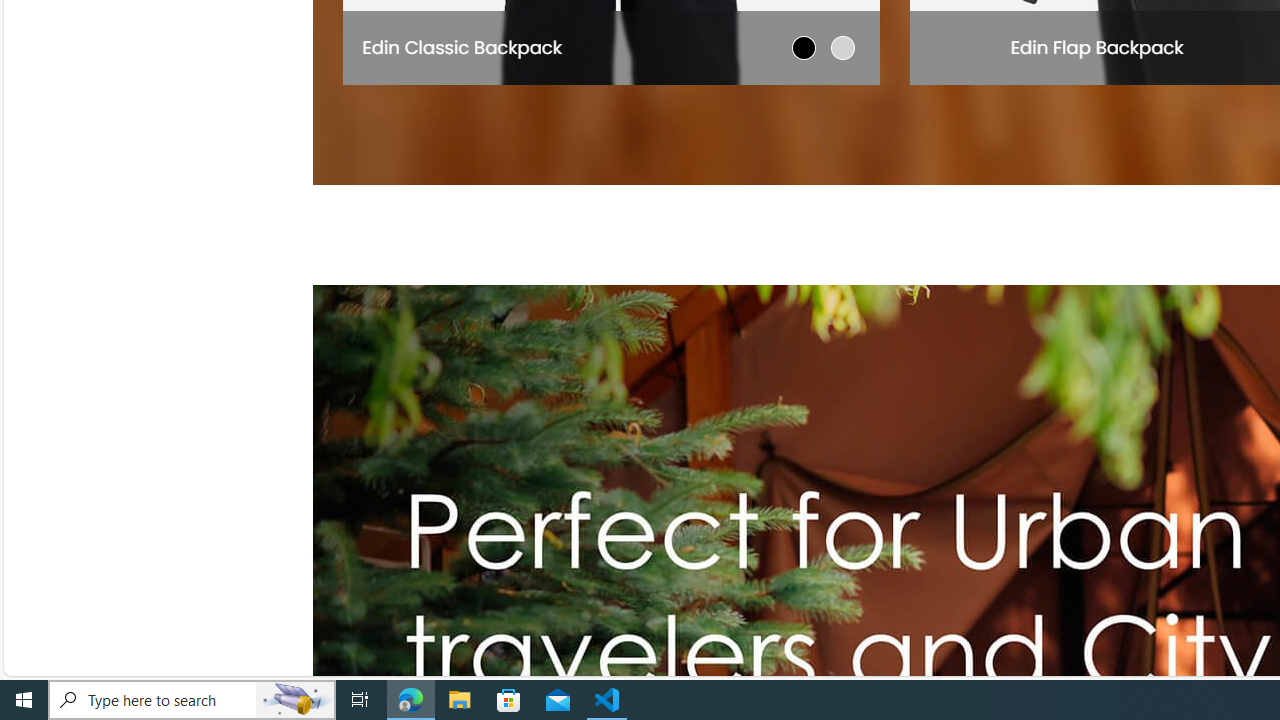 The width and height of the screenshot is (1280, 720). I want to click on 'Start', so click(24, 698).